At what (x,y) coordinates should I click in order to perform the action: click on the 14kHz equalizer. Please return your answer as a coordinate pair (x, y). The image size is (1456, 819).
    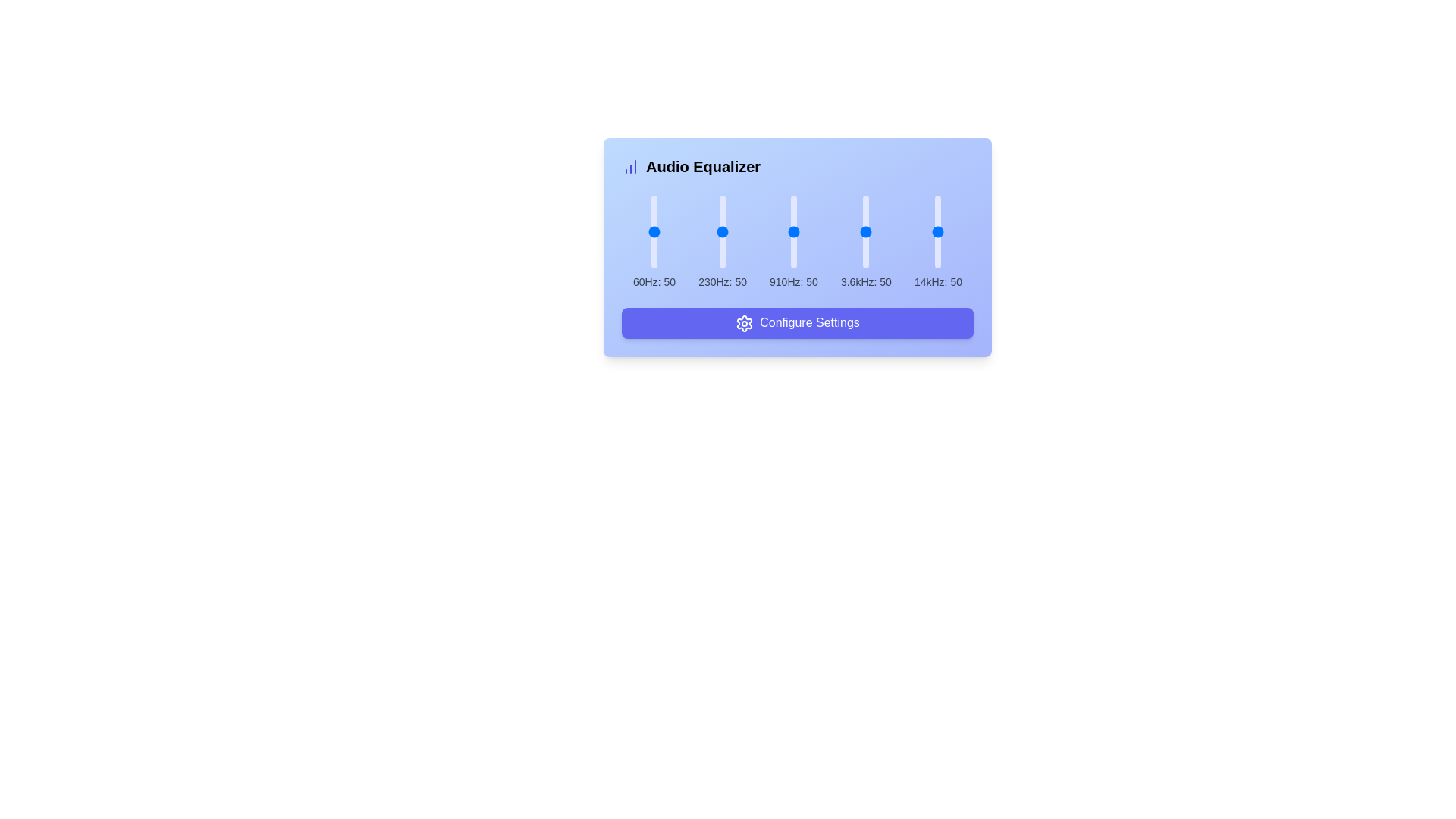
    Looking at the image, I should click on (937, 196).